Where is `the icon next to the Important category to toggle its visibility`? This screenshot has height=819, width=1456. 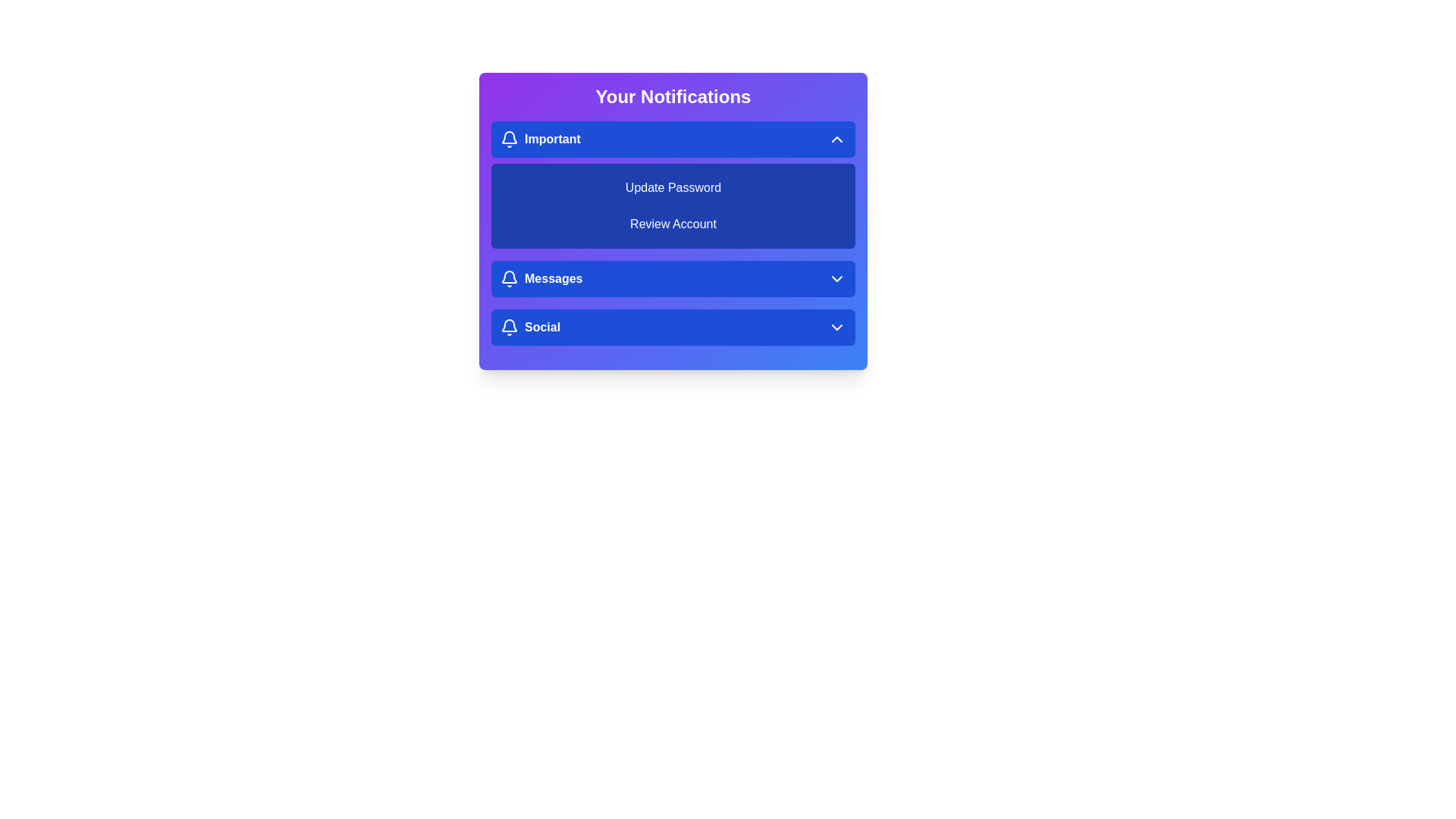 the icon next to the Important category to toggle its visibility is located at coordinates (510, 140).